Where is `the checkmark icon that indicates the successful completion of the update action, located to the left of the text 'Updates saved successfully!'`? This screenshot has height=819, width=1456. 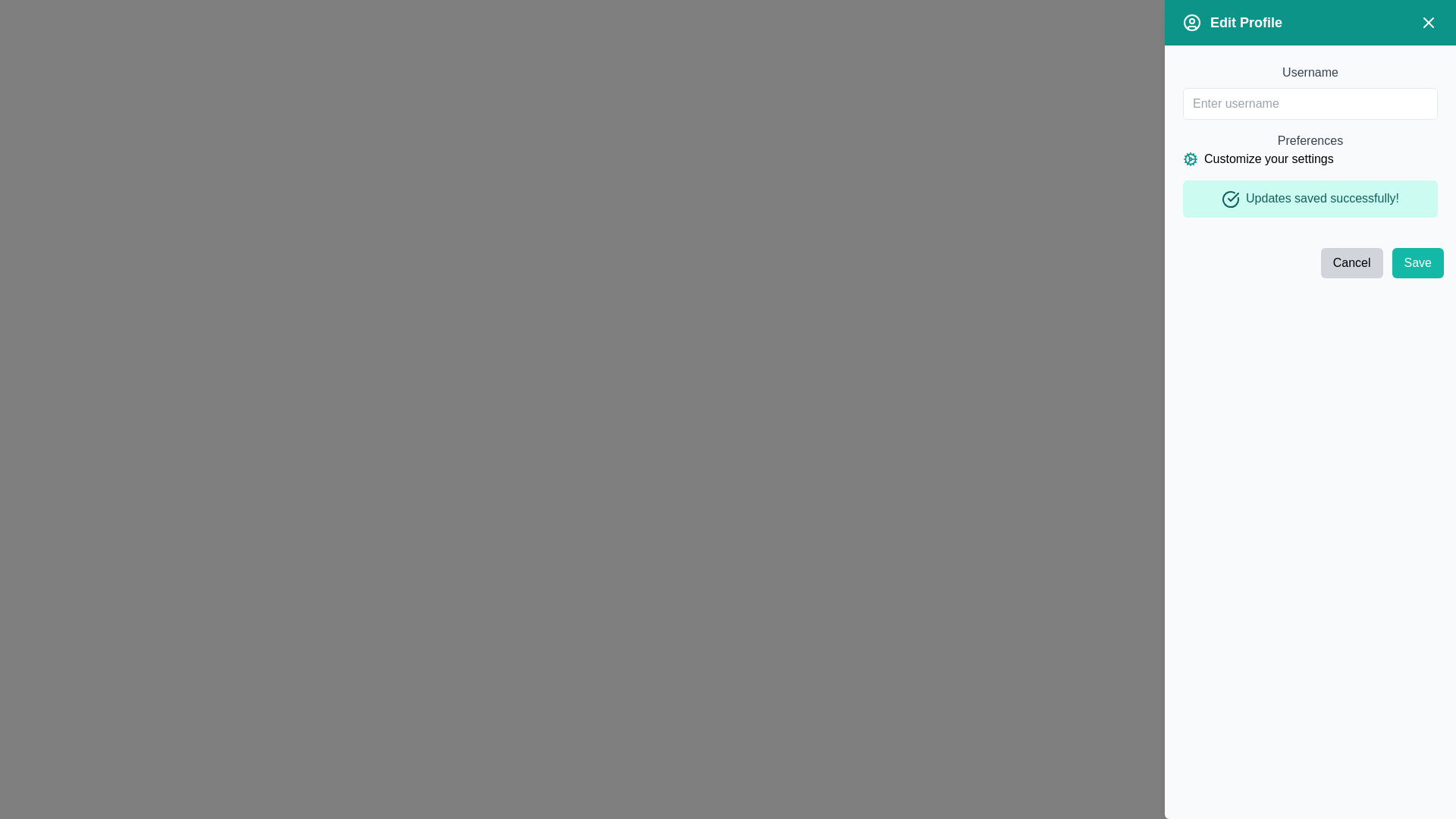 the checkmark icon that indicates the successful completion of the update action, located to the left of the text 'Updates saved successfully!' is located at coordinates (1233, 196).